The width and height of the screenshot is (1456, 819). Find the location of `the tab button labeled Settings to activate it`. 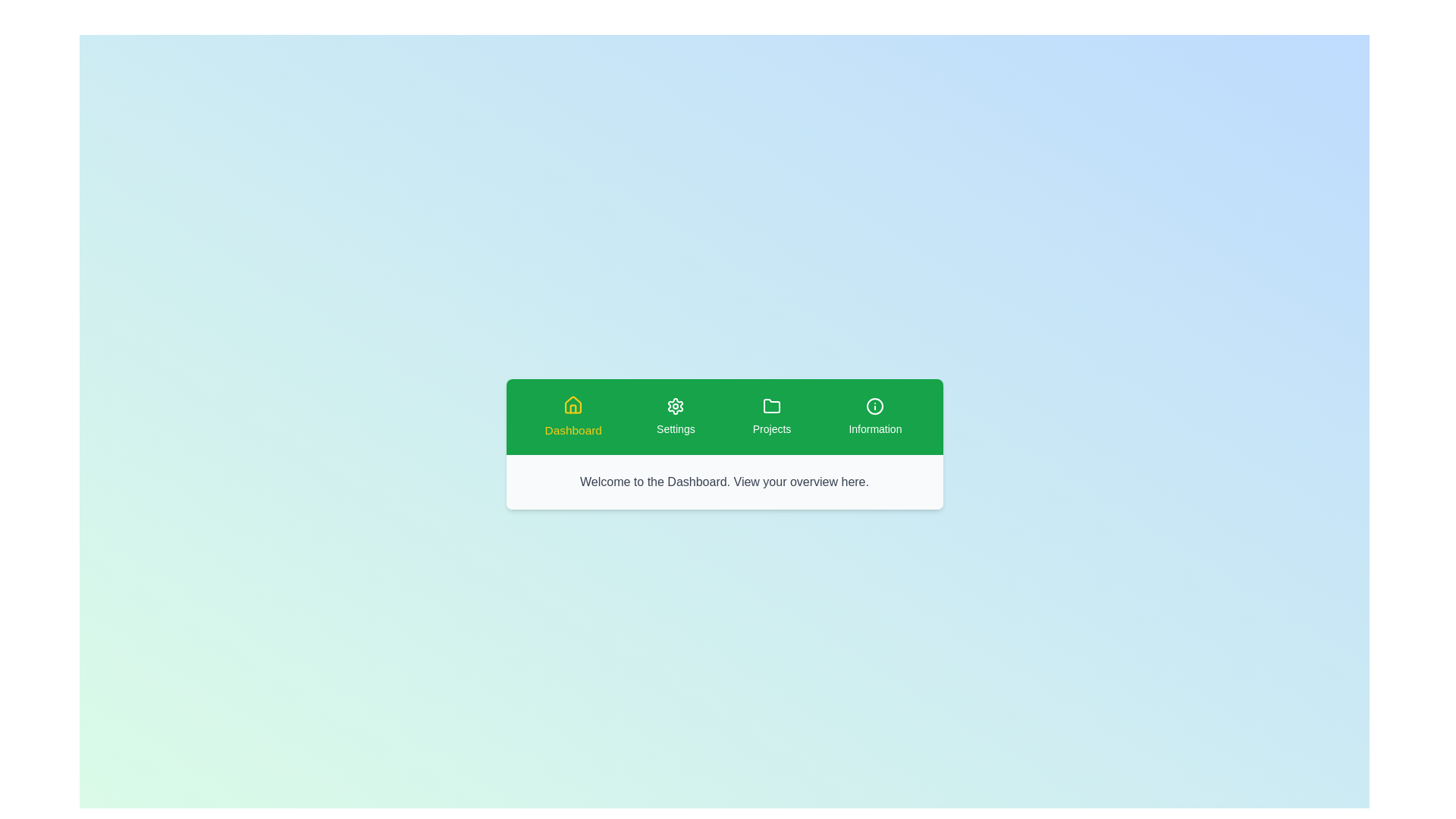

the tab button labeled Settings to activate it is located at coordinates (675, 417).